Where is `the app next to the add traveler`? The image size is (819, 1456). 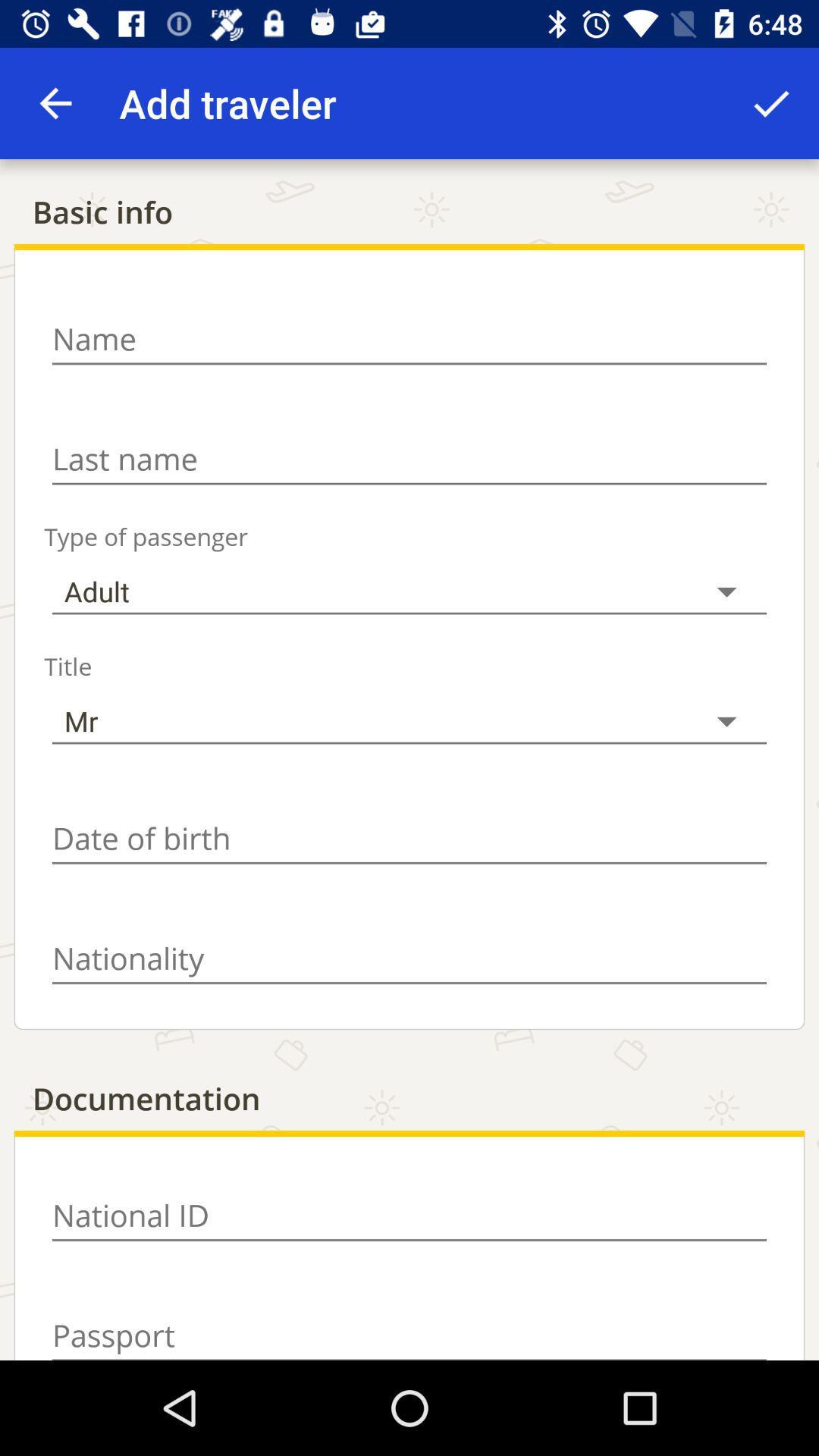
the app next to the add traveler is located at coordinates (771, 102).